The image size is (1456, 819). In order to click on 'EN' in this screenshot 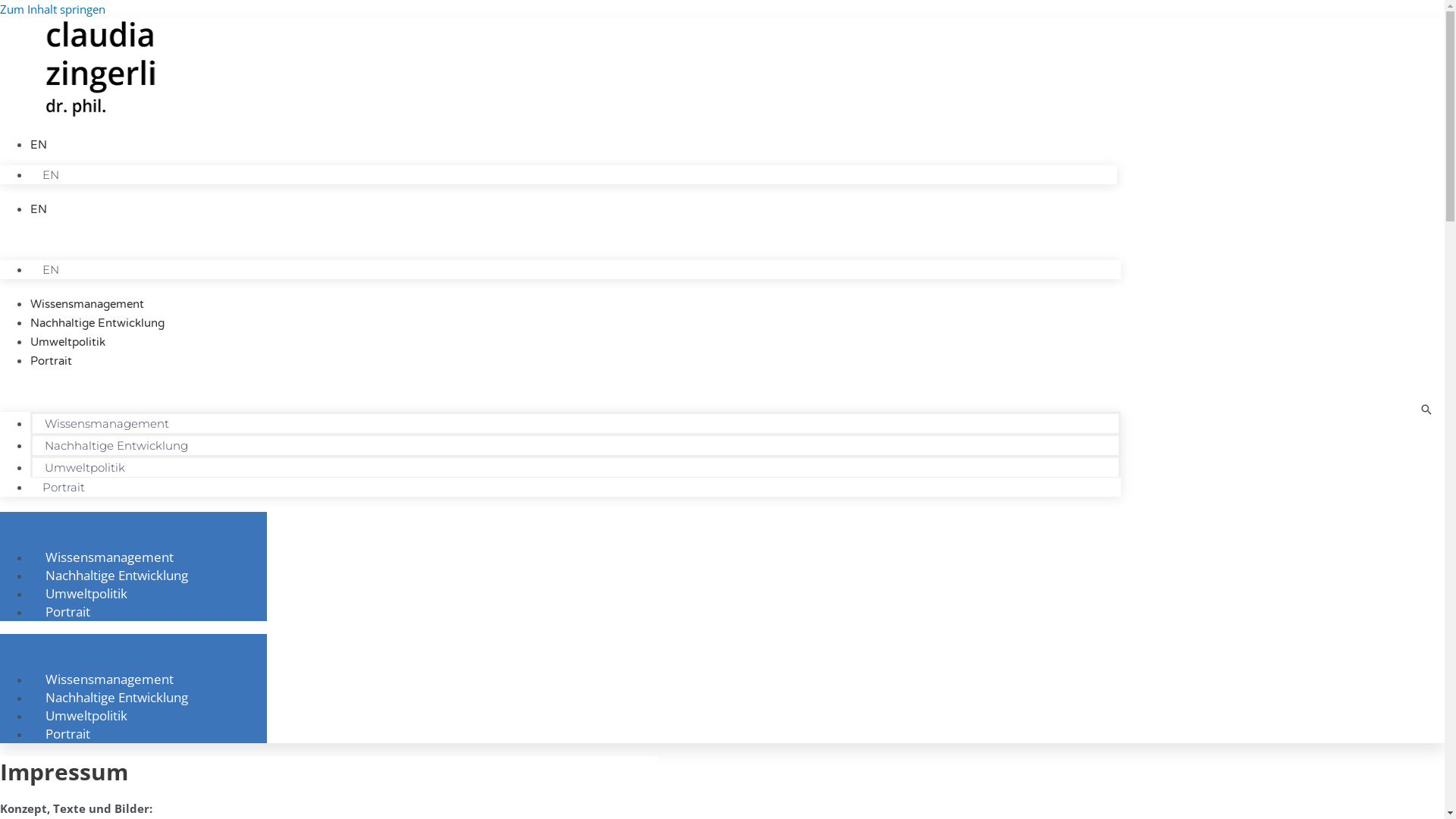, I will do `click(39, 145)`.